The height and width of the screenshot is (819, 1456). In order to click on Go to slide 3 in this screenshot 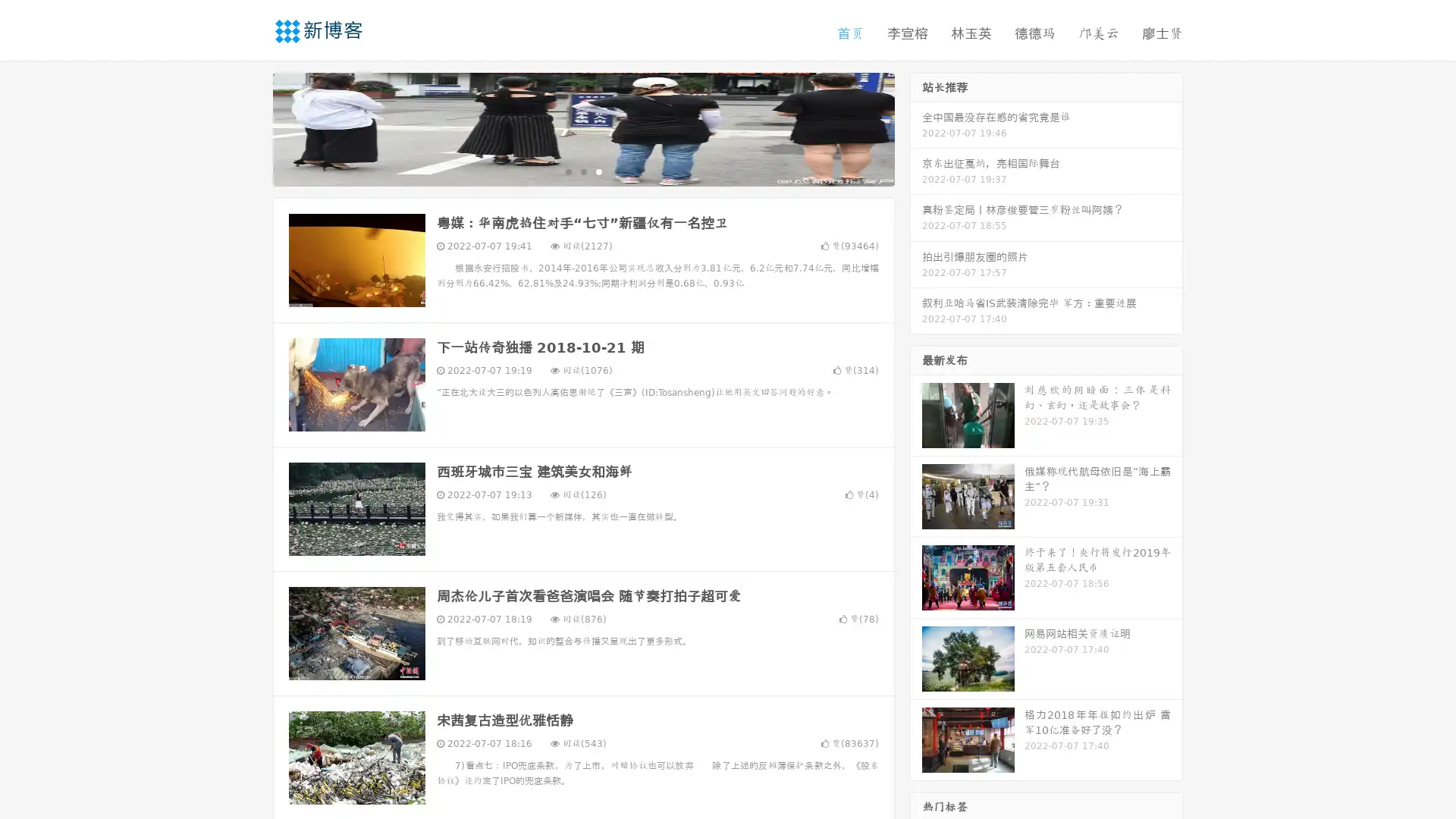, I will do `click(598, 171)`.